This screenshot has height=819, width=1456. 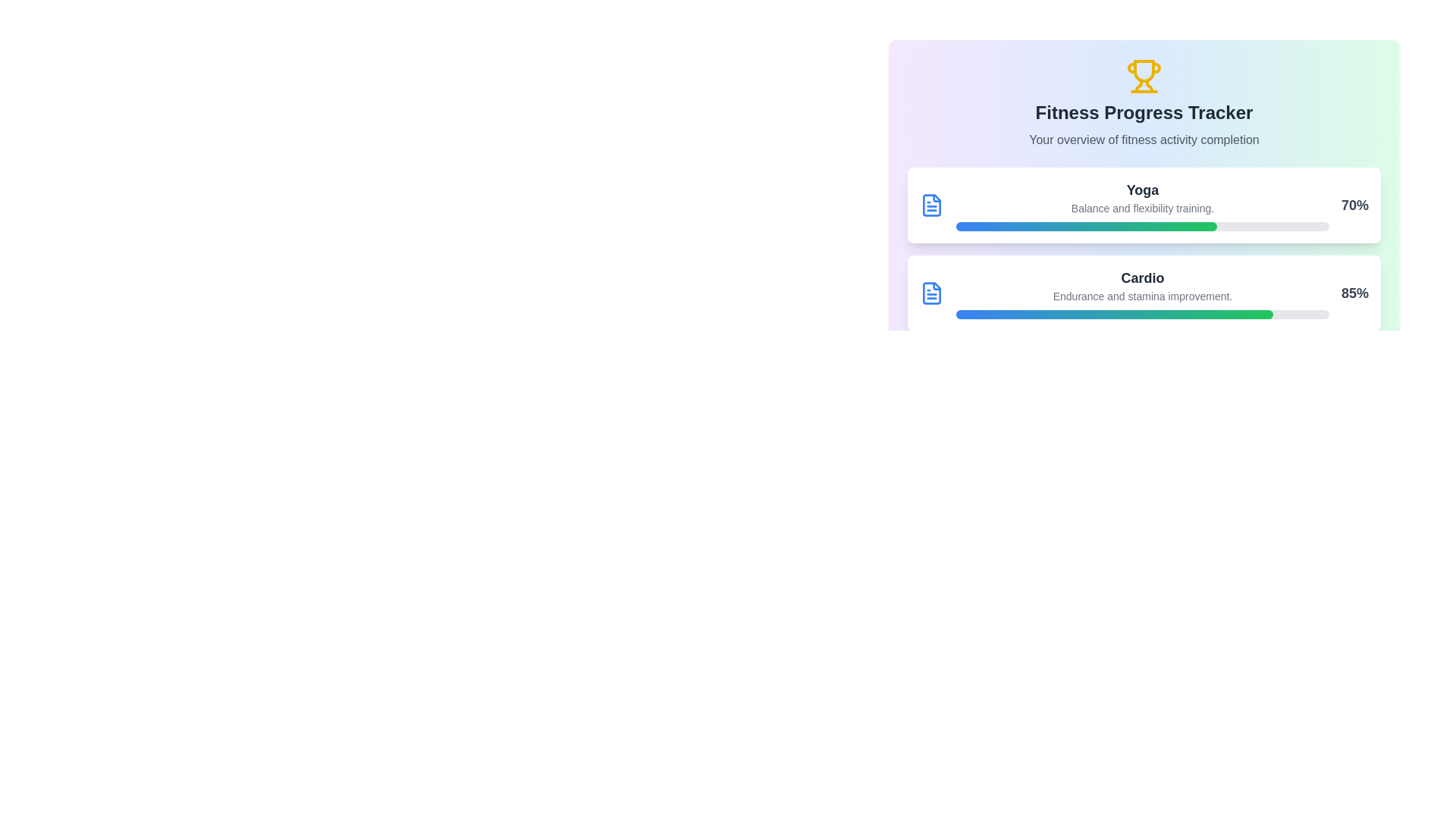 What do you see at coordinates (1144, 76) in the screenshot?
I see `the decorative icon symbolizing achievement in the 'Fitness Progress Tracker' section, which is centrally aligned at the top and is the first element above the textual heading` at bounding box center [1144, 76].